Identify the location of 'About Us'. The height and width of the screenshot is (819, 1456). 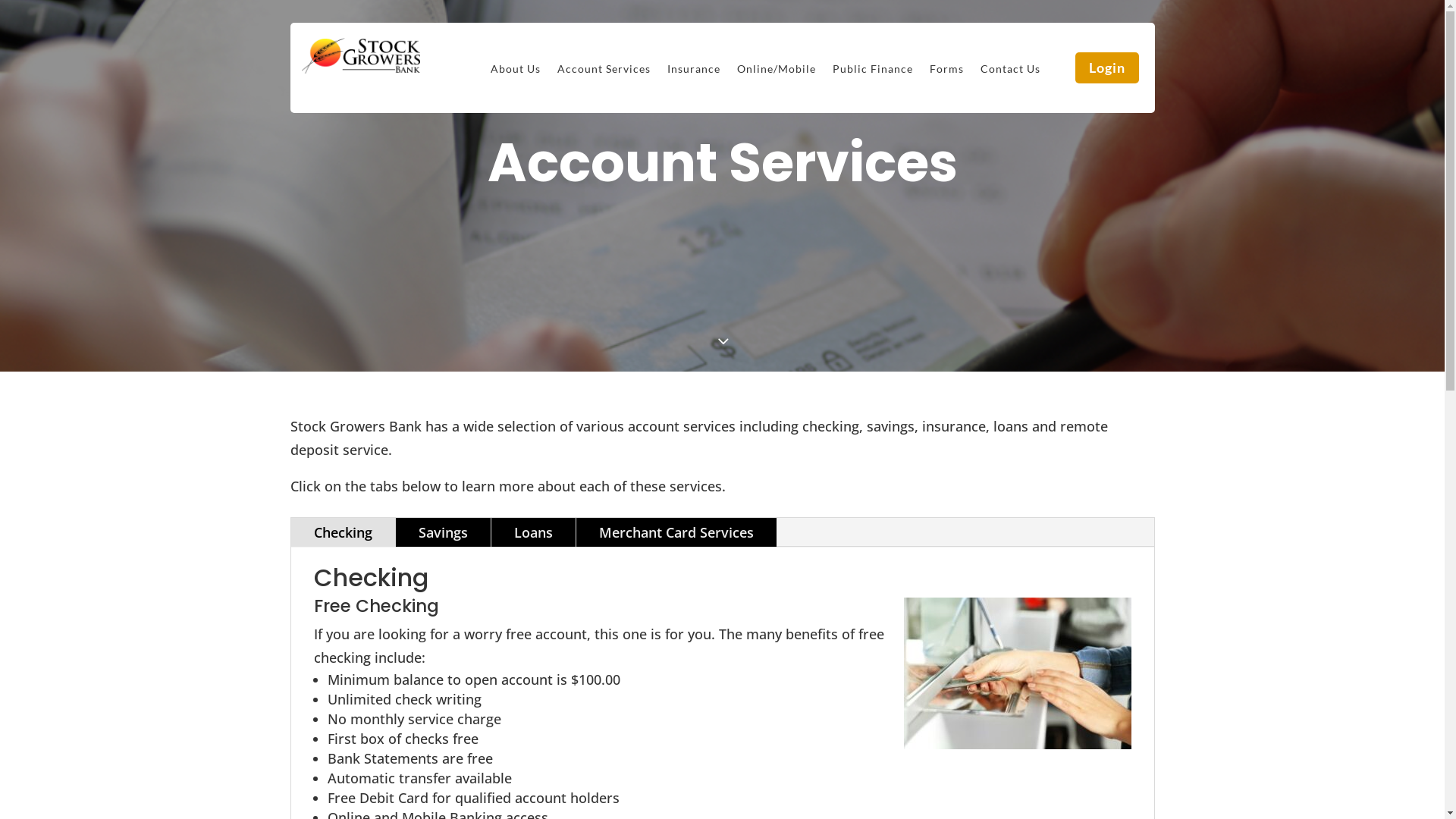
(516, 72).